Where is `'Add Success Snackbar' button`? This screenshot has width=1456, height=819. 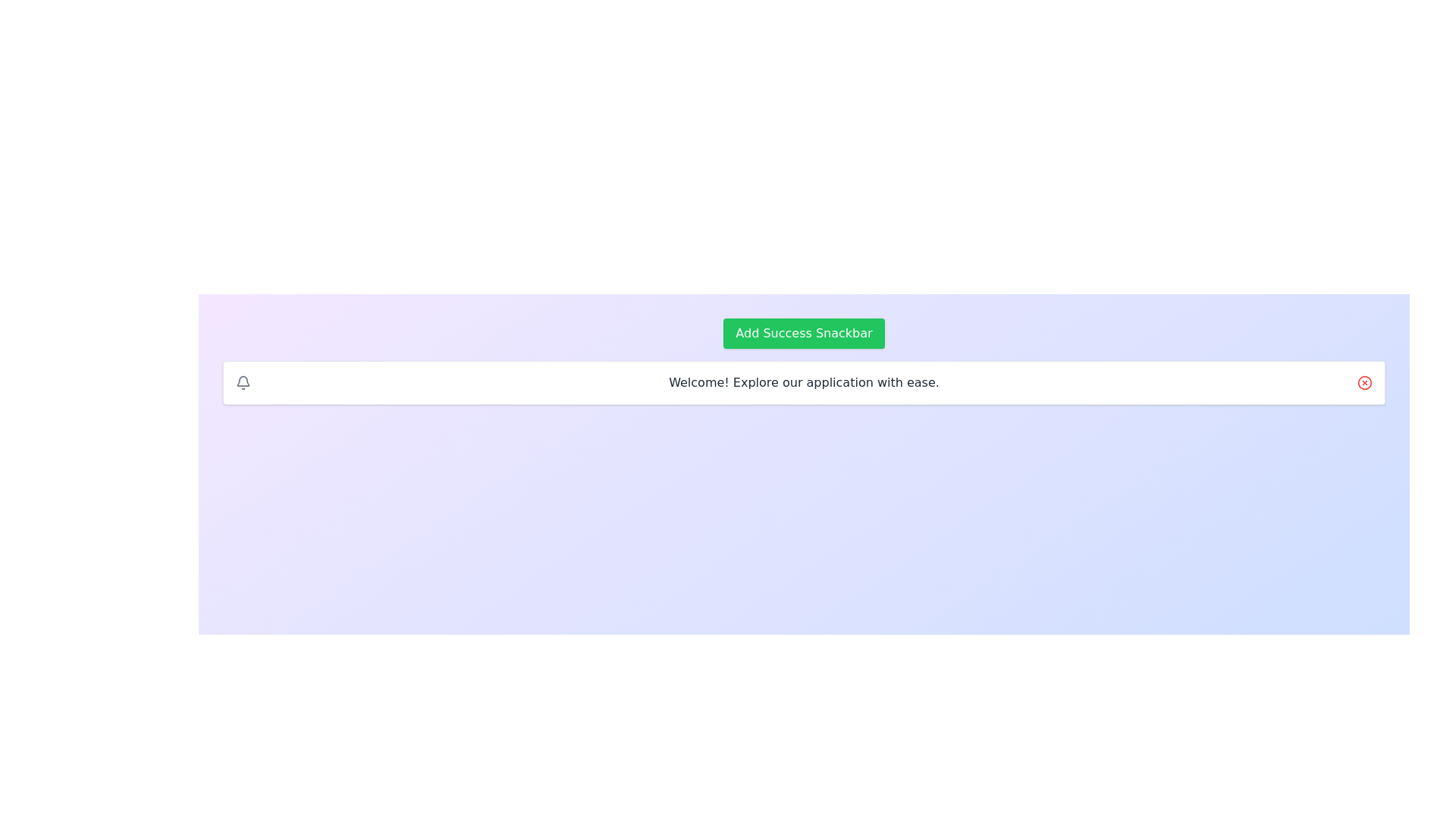 'Add Success Snackbar' button is located at coordinates (803, 332).